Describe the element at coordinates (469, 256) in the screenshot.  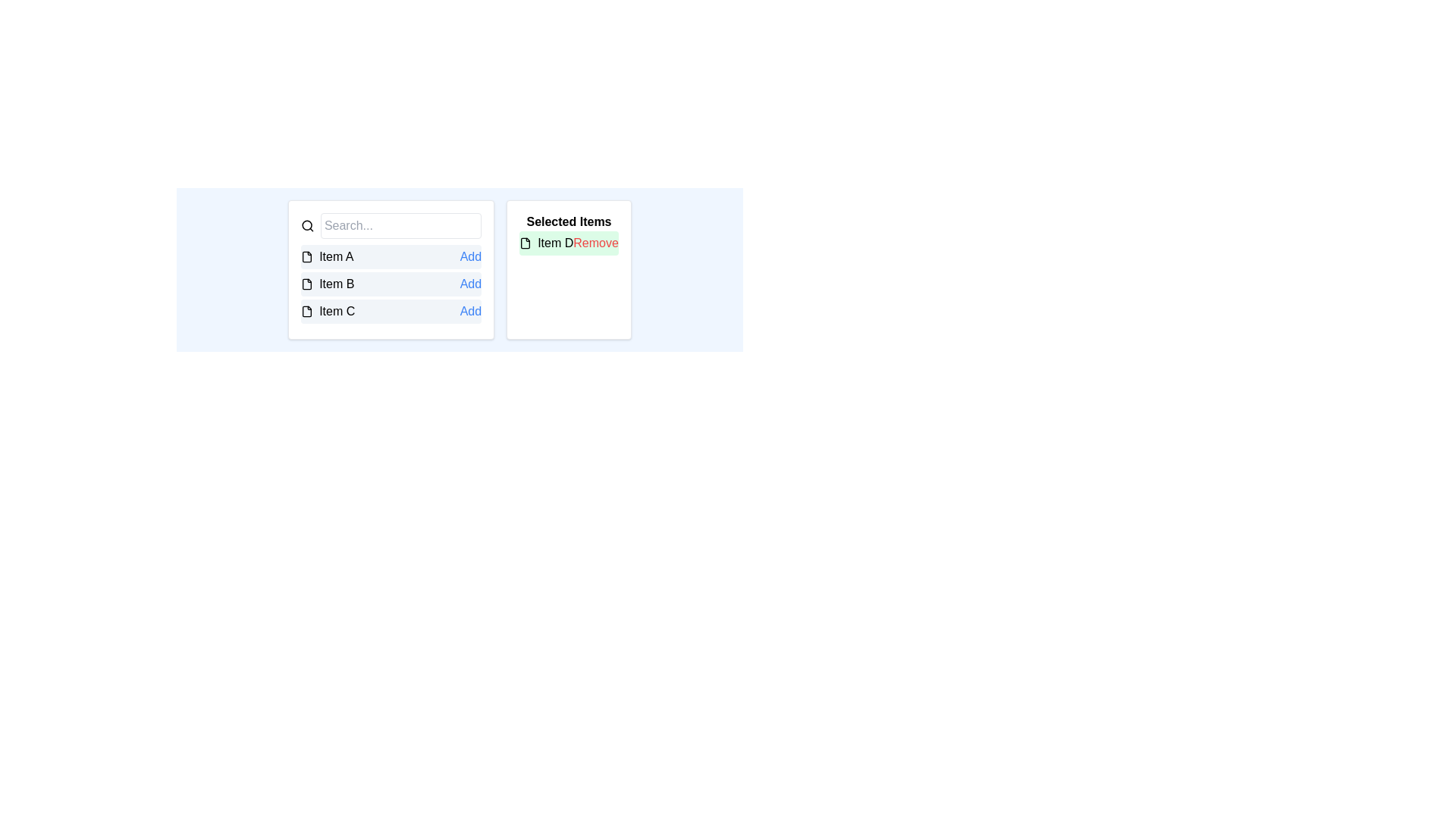
I see `the 'Add' button located to the right of the text 'Item A' in the first row of a vertical list` at that location.